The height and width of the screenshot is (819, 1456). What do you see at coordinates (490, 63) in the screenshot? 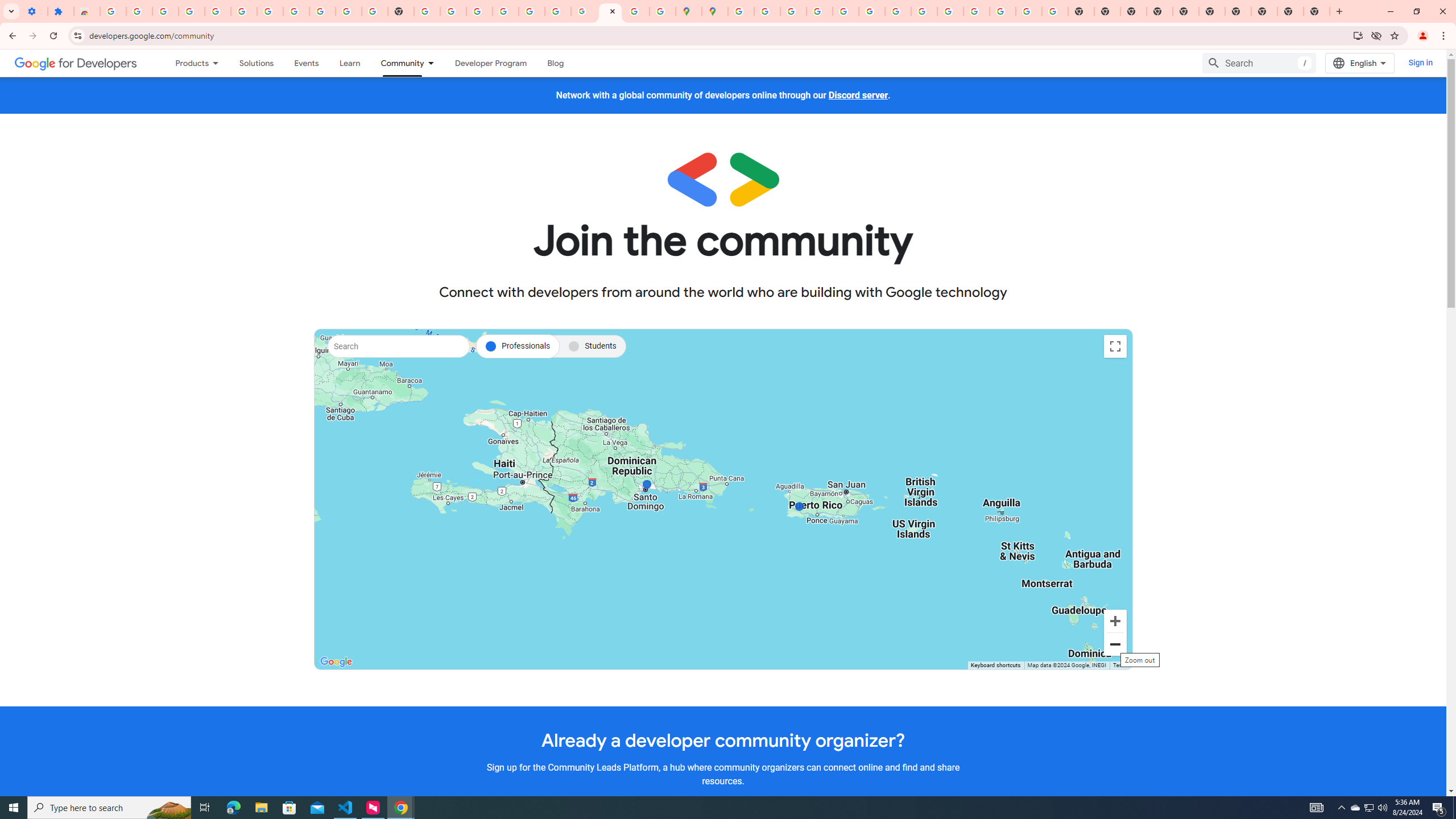
I see `'Developer Program'` at bounding box center [490, 63].